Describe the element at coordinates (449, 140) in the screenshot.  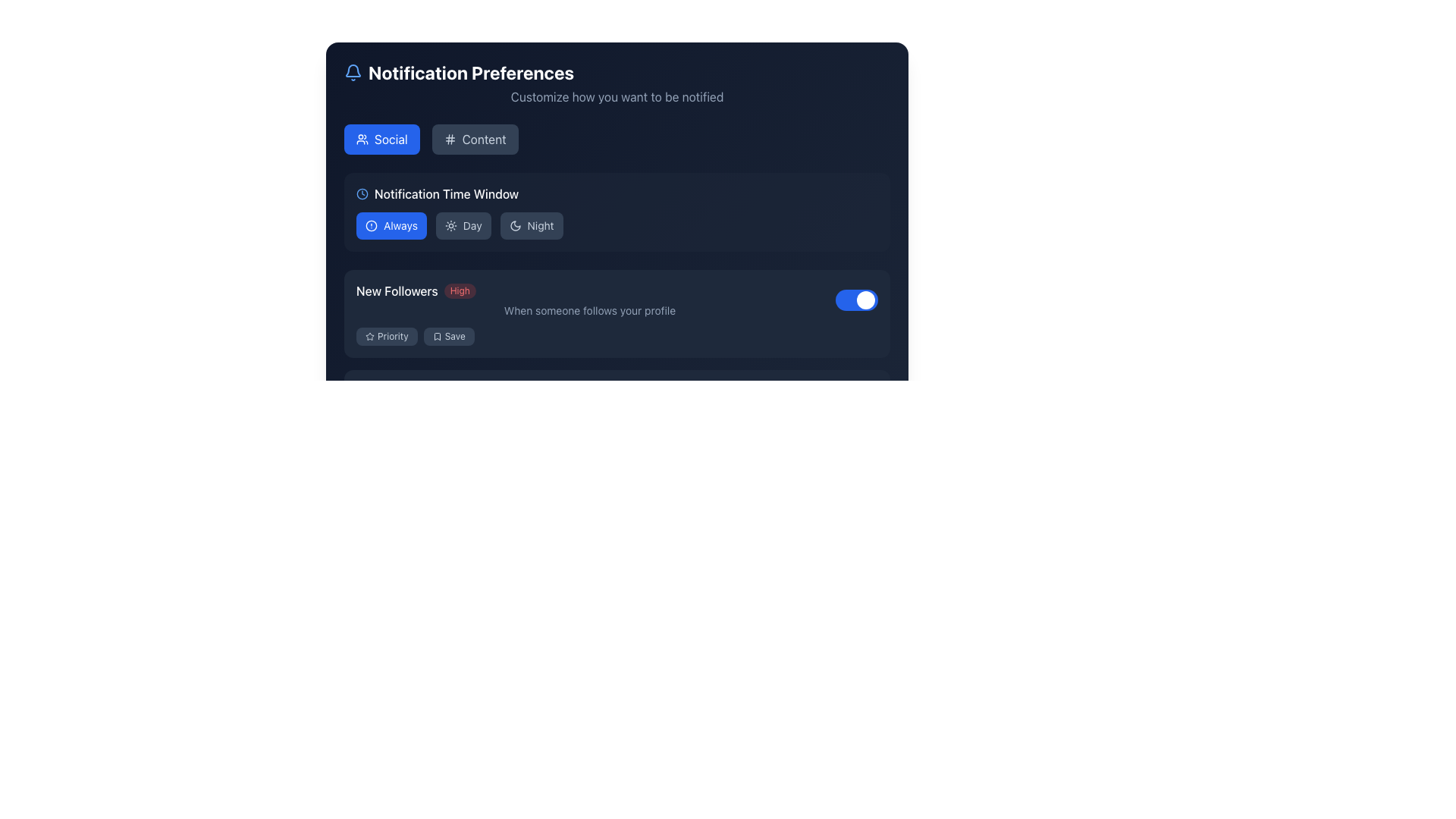
I see `the SVG icon representing the 'Content' category, which is located to the left of the button text within the 'Content' button in the 'Notification Preferences' section` at that location.